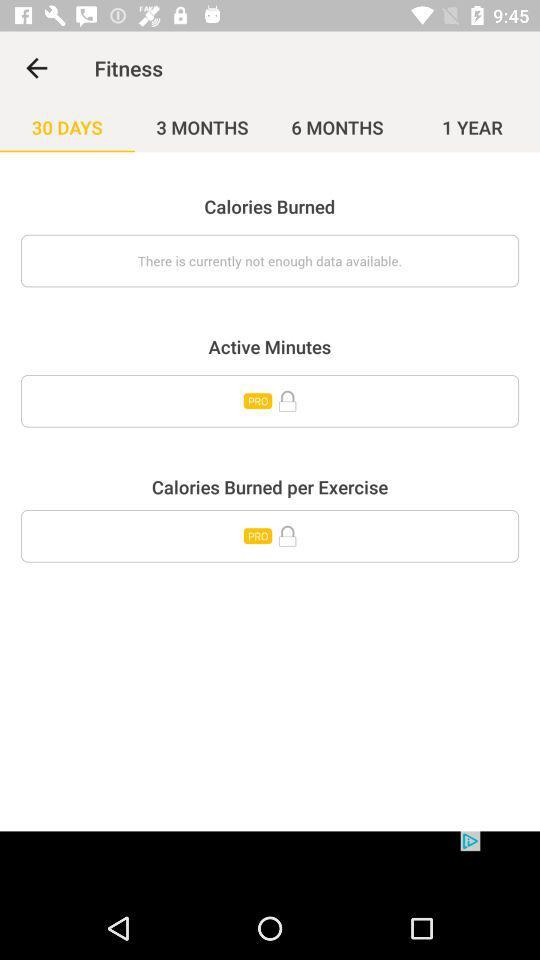 The width and height of the screenshot is (540, 960). Describe the element at coordinates (270, 400) in the screenshot. I see `unlock pro` at that location.